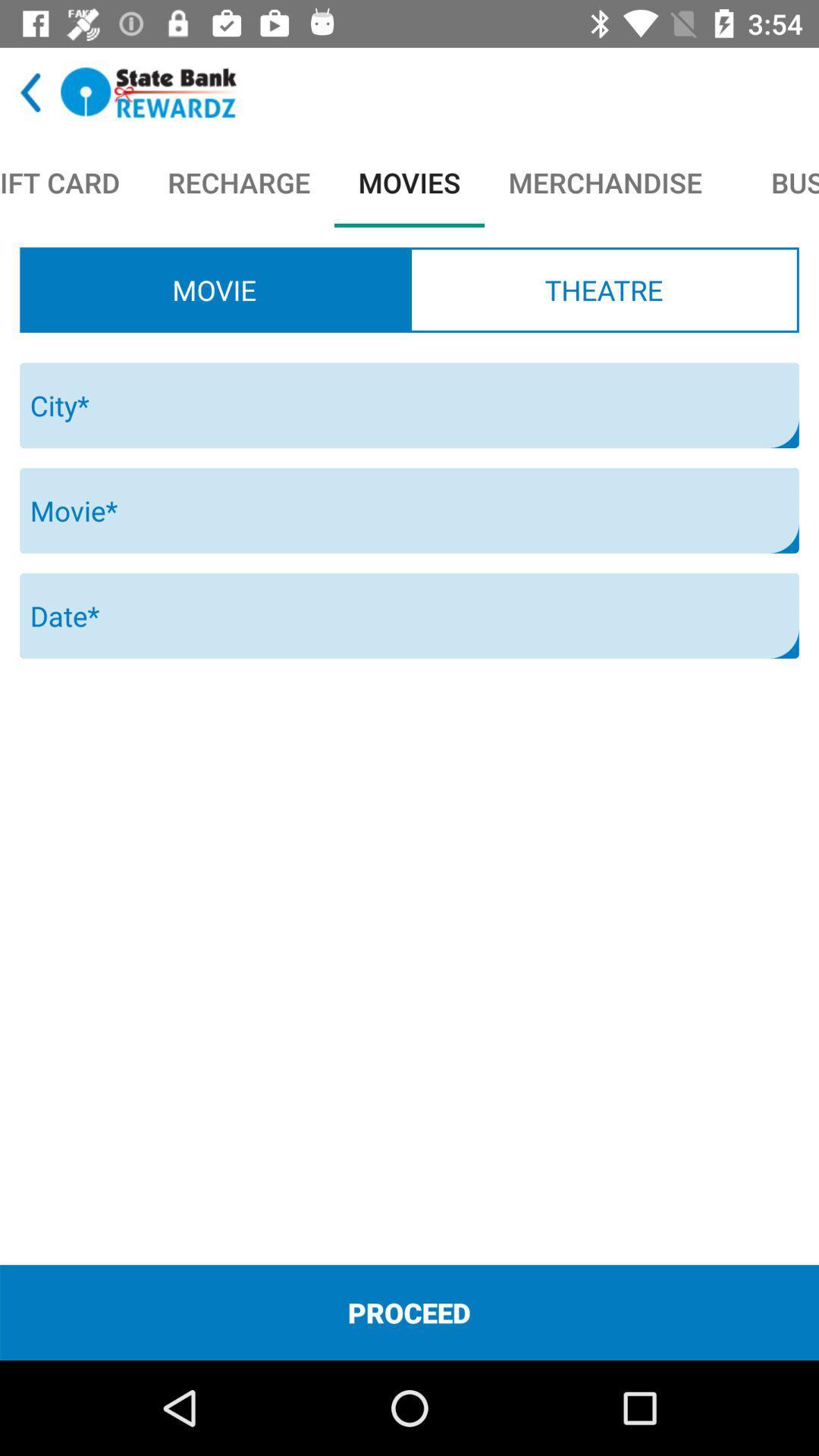 The width and height of the screenshot is (819, 1456). What do you see at coordinates (30, 92) in the screenshot?
I see `go back` at bounding box center [30, 92].